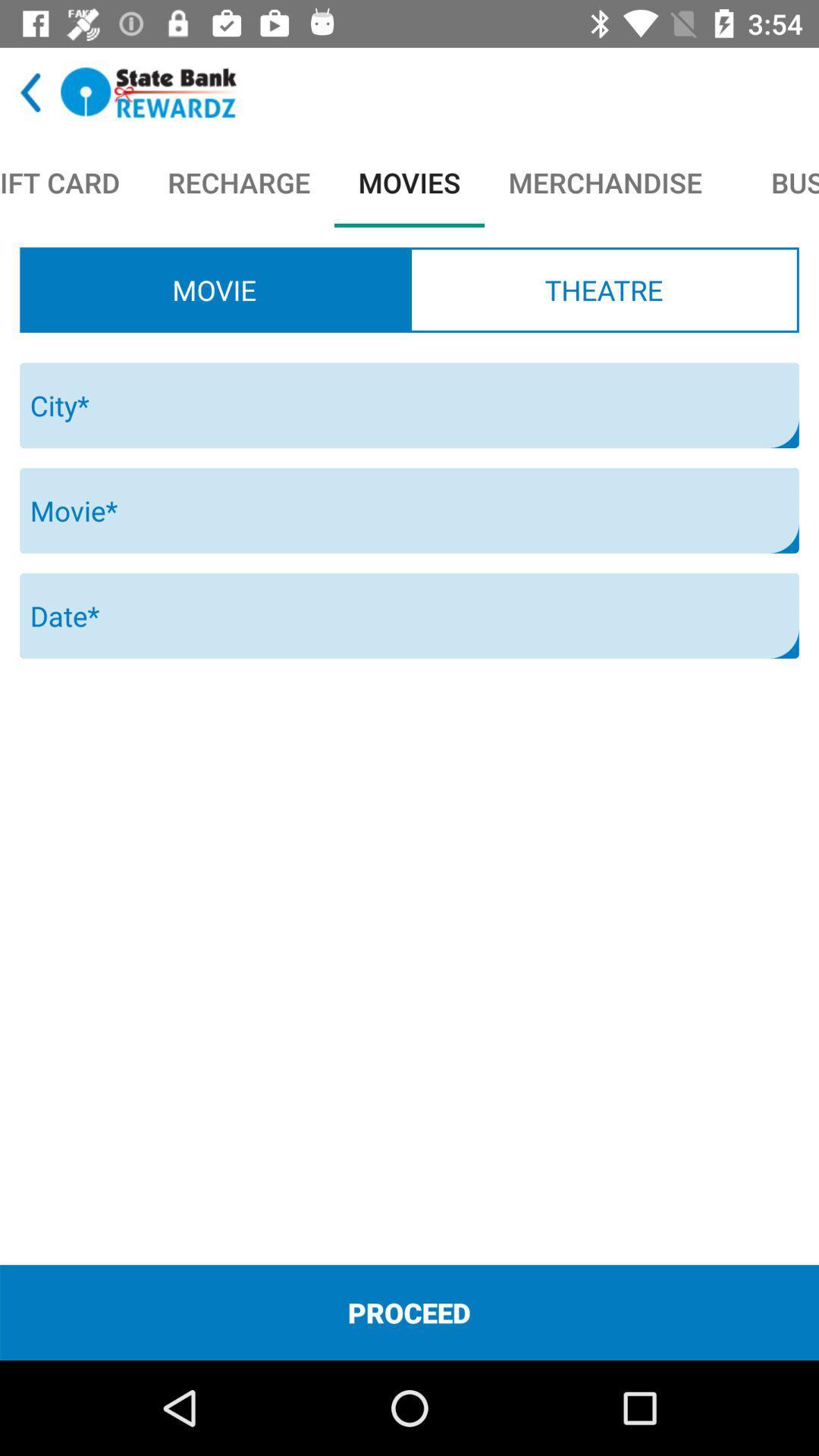 The width and height of the screenshot is (819, 1456). What do you see at coordinates (30, 92) in the screenshot?
I see `go back` at bounding box center [30, 92].